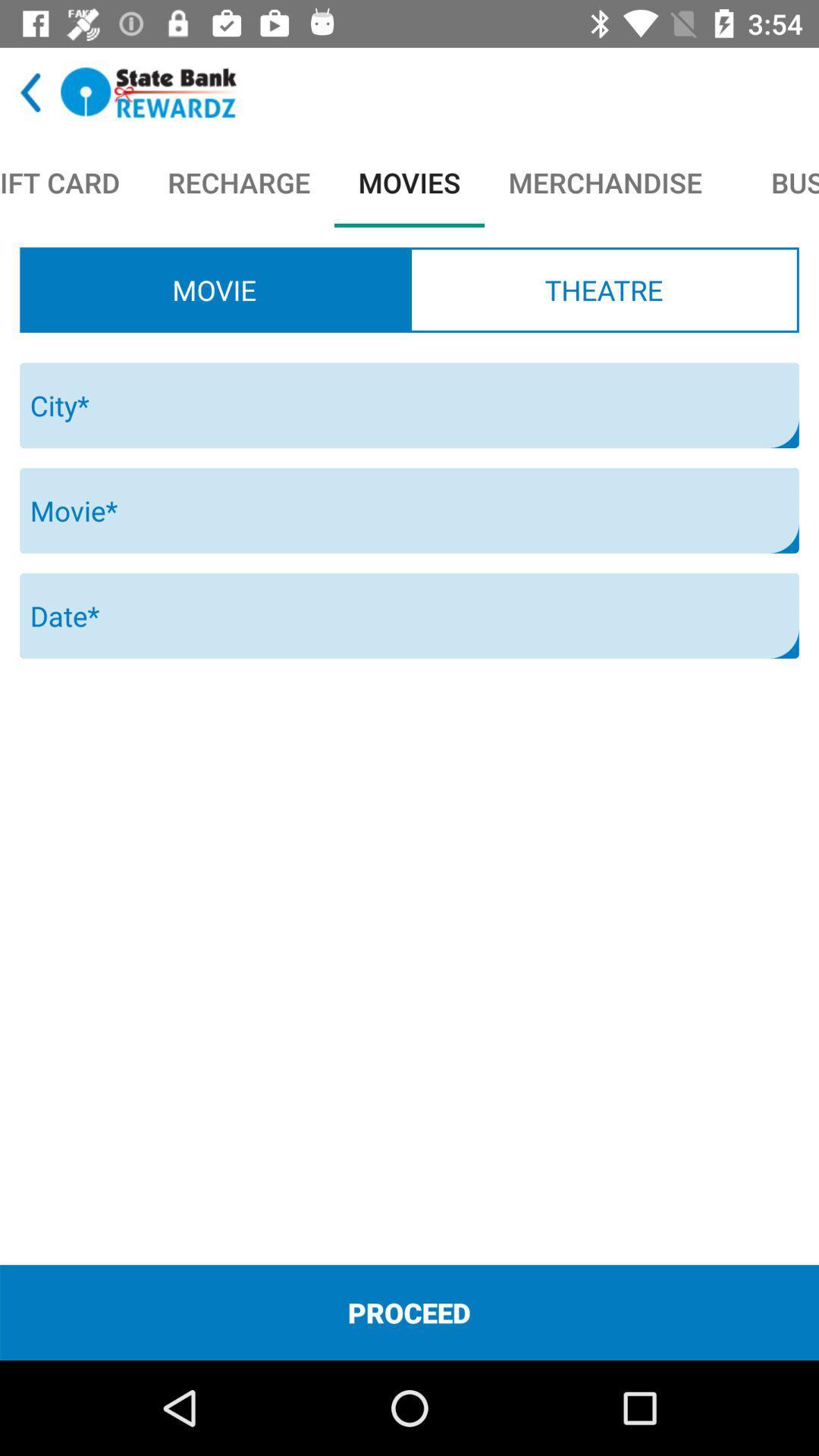 The width and height of the screenshot is (819, 1456). What do you see at coordinates (30, 92) in the screenshot?
I see `go back` at bounding box center [30, 92].